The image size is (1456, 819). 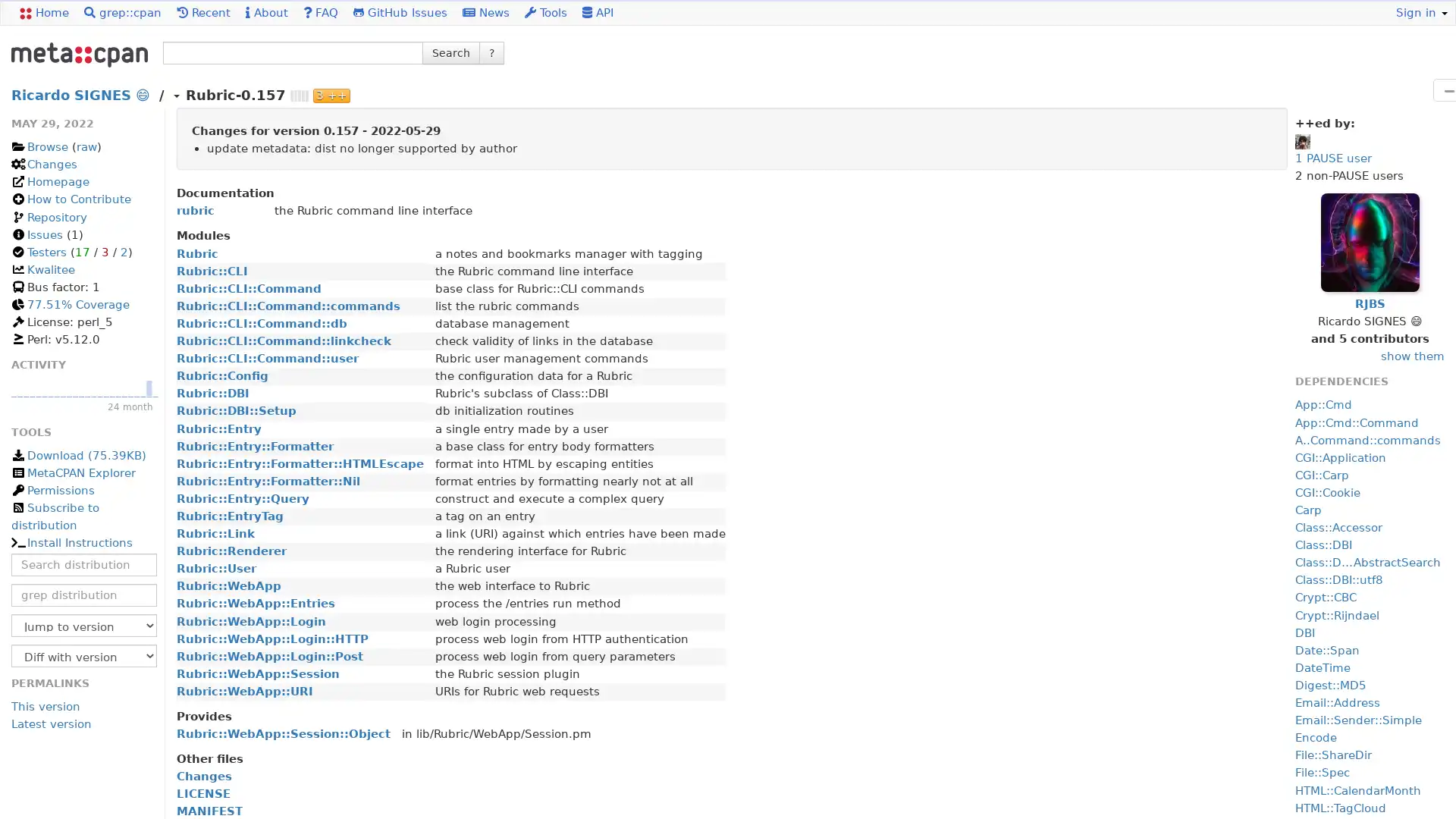 I want to click on Search, so click(x=450, y=52).